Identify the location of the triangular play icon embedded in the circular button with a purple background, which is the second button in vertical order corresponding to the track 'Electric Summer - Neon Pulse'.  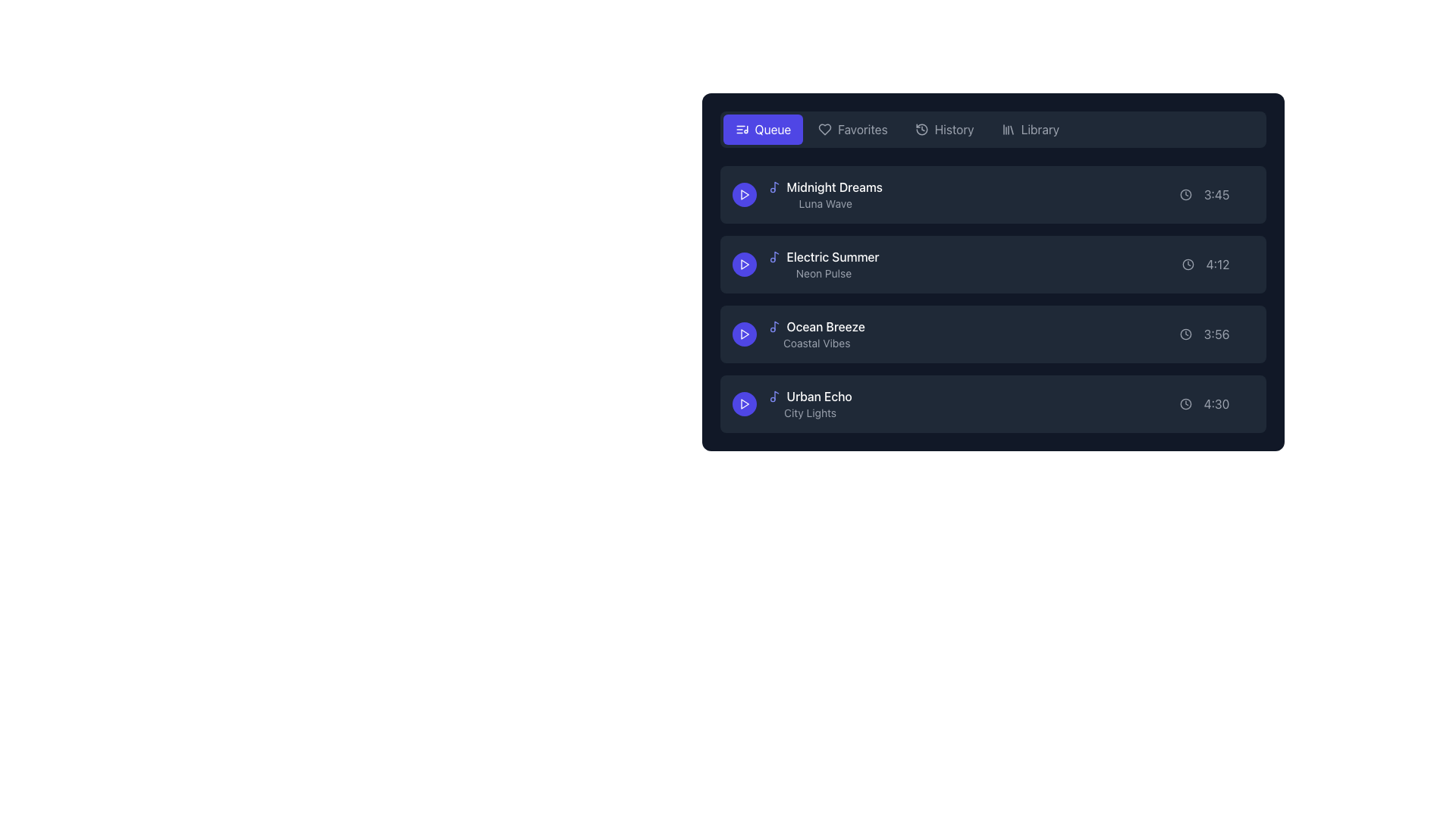
(744, 263).